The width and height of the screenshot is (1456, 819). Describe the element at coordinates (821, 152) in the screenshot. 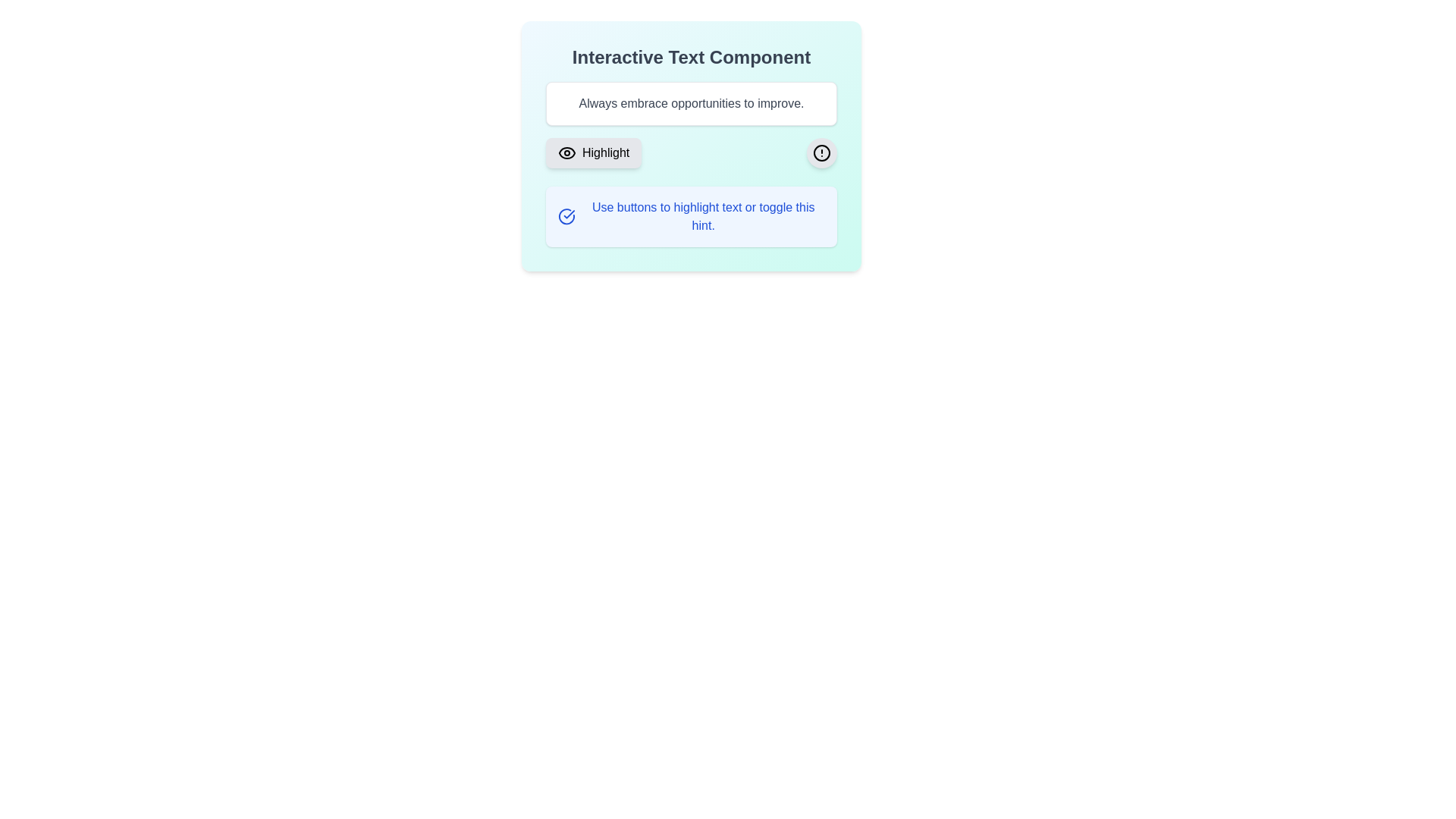

I see `the alert button located in the top-right corner of the 'Highlight' label button` at that location.